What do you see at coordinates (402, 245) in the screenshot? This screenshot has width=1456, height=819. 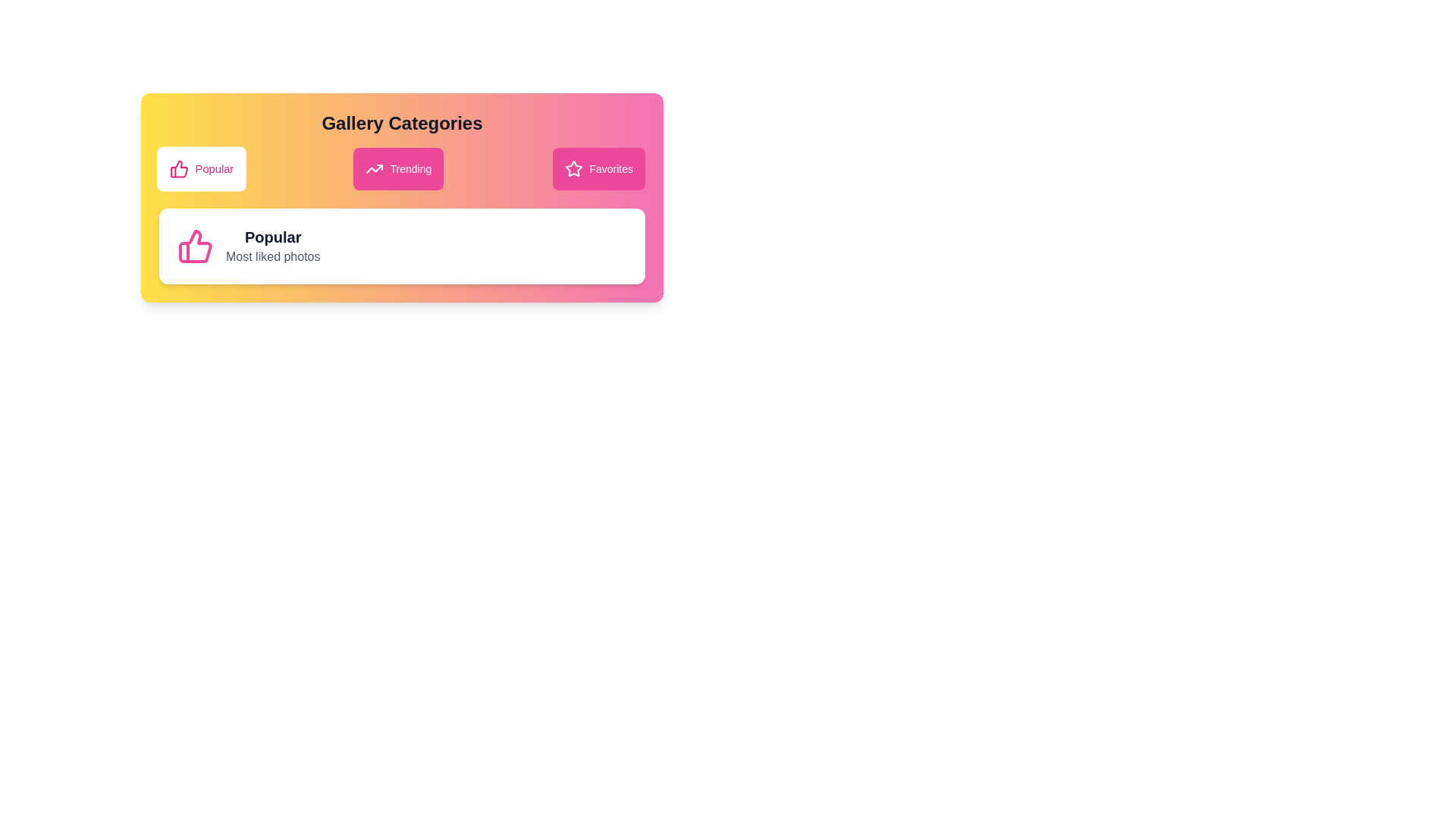 I see `the content of the 'Popular' label section, which indicates the most liked photos and includes a thumbs-up icon and textual content` at bounding box center [402, 245].